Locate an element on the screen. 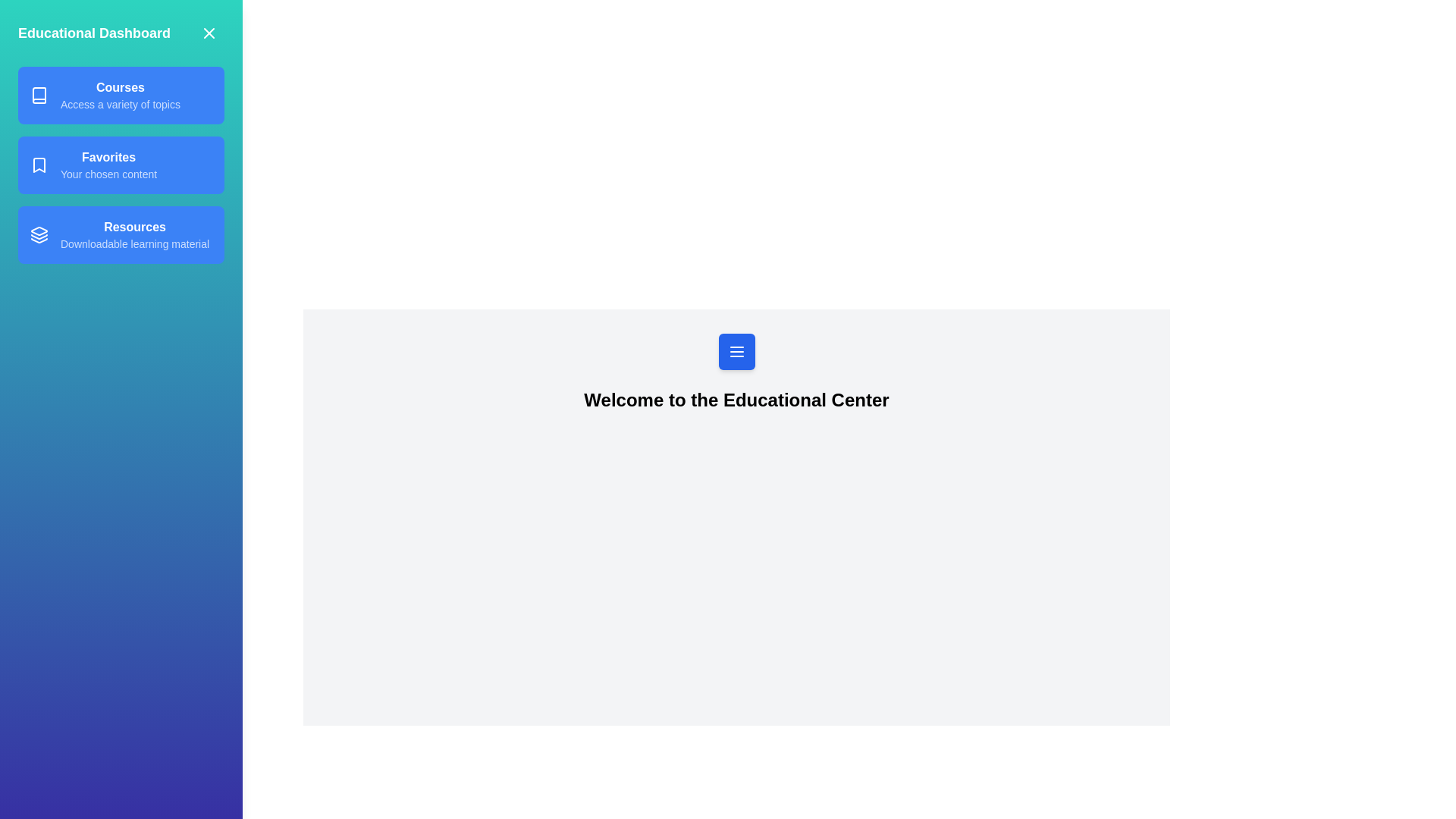  the text in the specified section: Resources is located at coordinates (120, 234).